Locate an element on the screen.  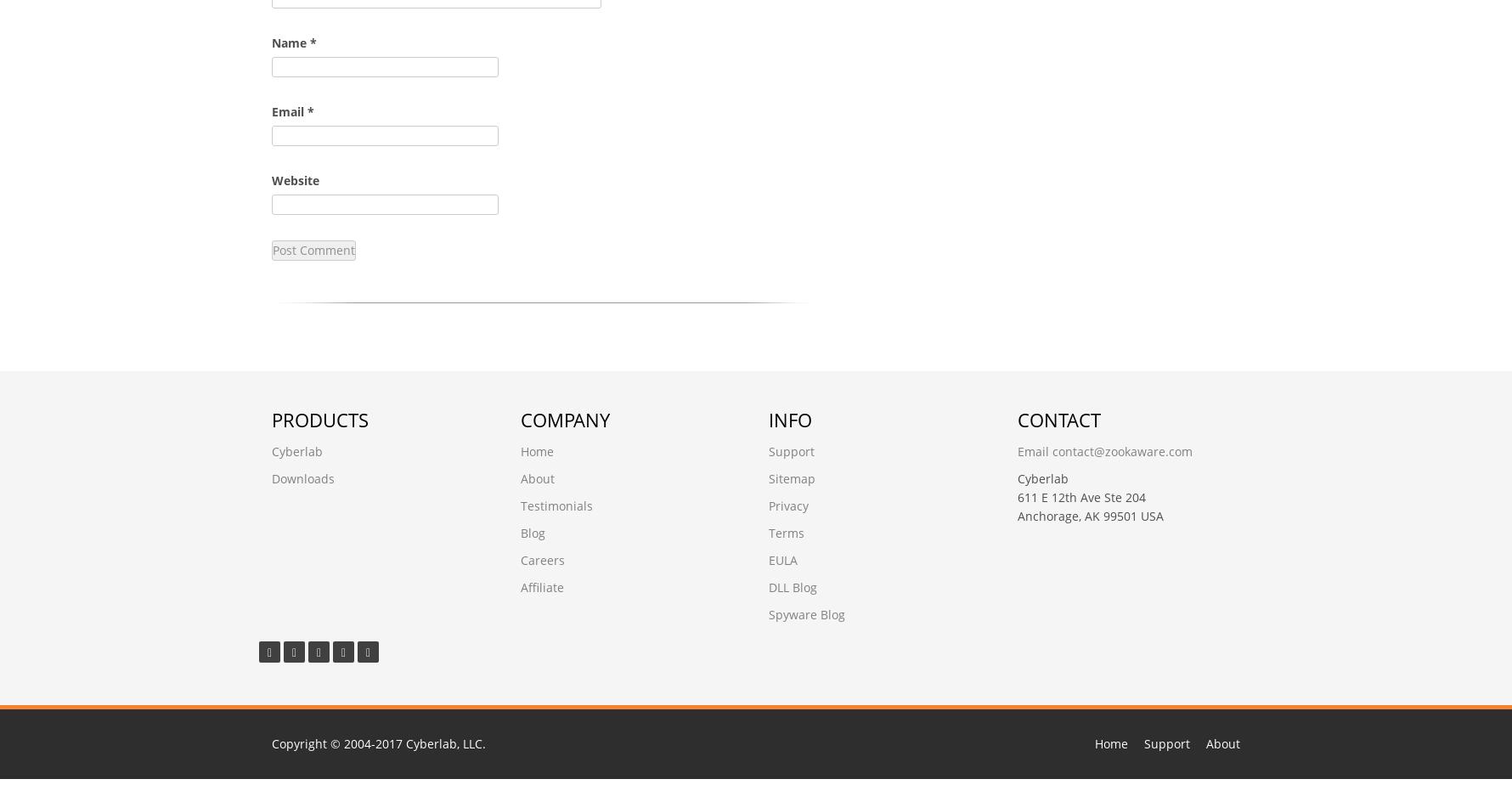
'DLL Blog' is located at coordinates (793, 587).